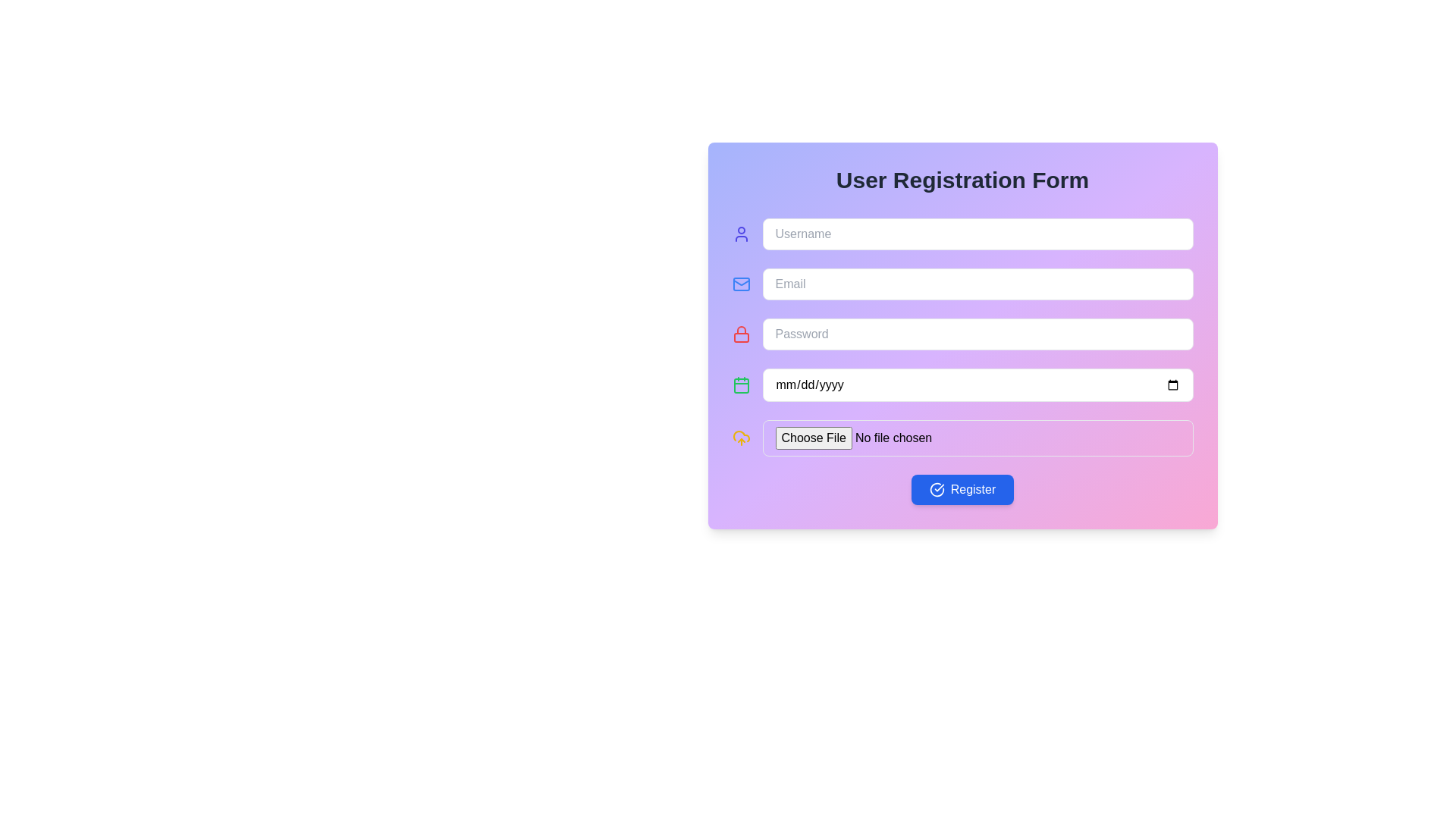  What do you see at coordinates (741, 333) in the screenshot?
I see `the lock icon styled with class 'lucide-lock', which is red and positioned on the left side of the password input field in a form layout` at bounding box center [741, 333].